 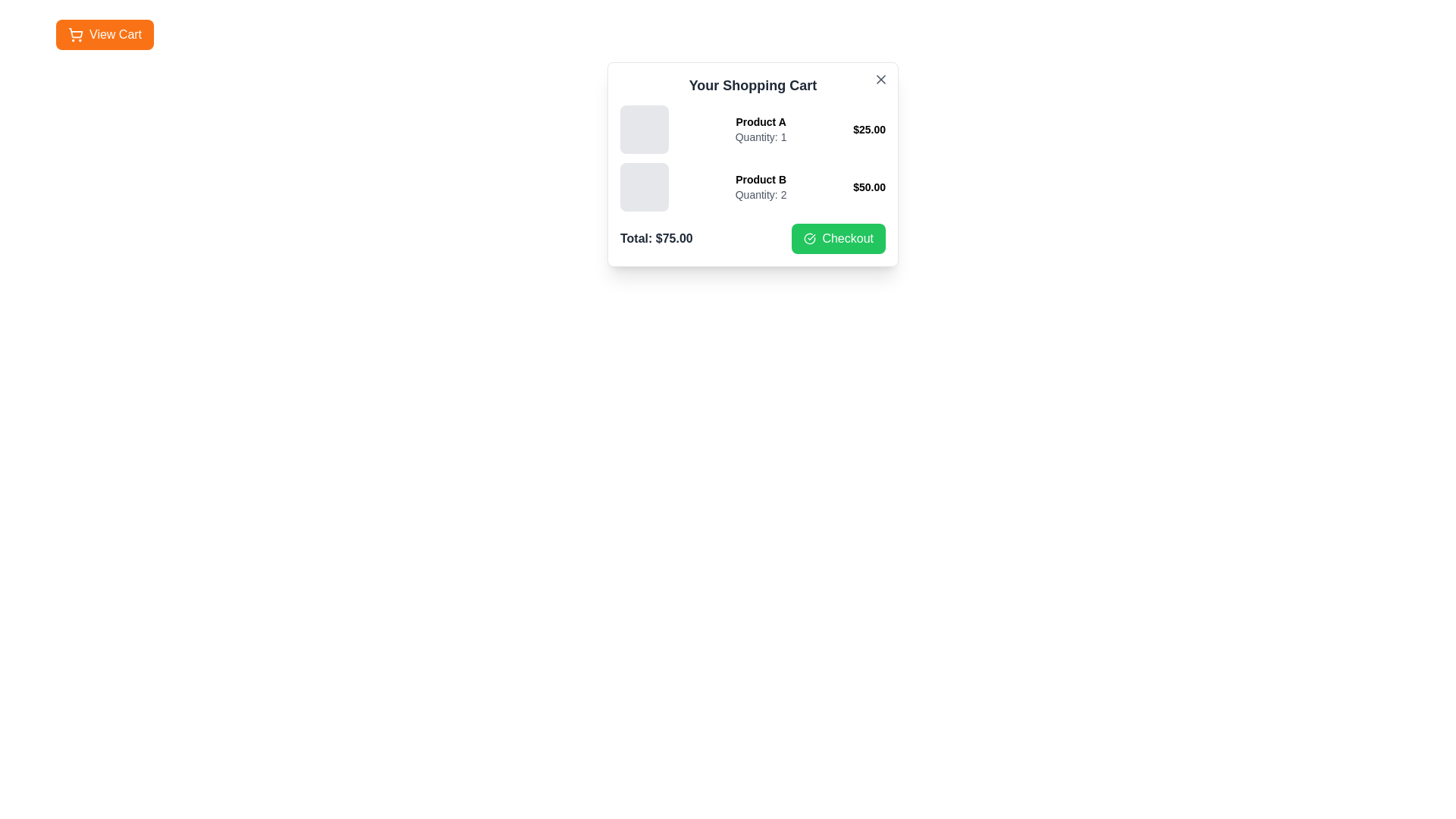 What do you see at coordinates (75, 34) in the screenshot?
I see `the shopping cart icon located to the left of the 'View Cart' text in the upper-left corner of the interface` at bounding box center [75, 34].